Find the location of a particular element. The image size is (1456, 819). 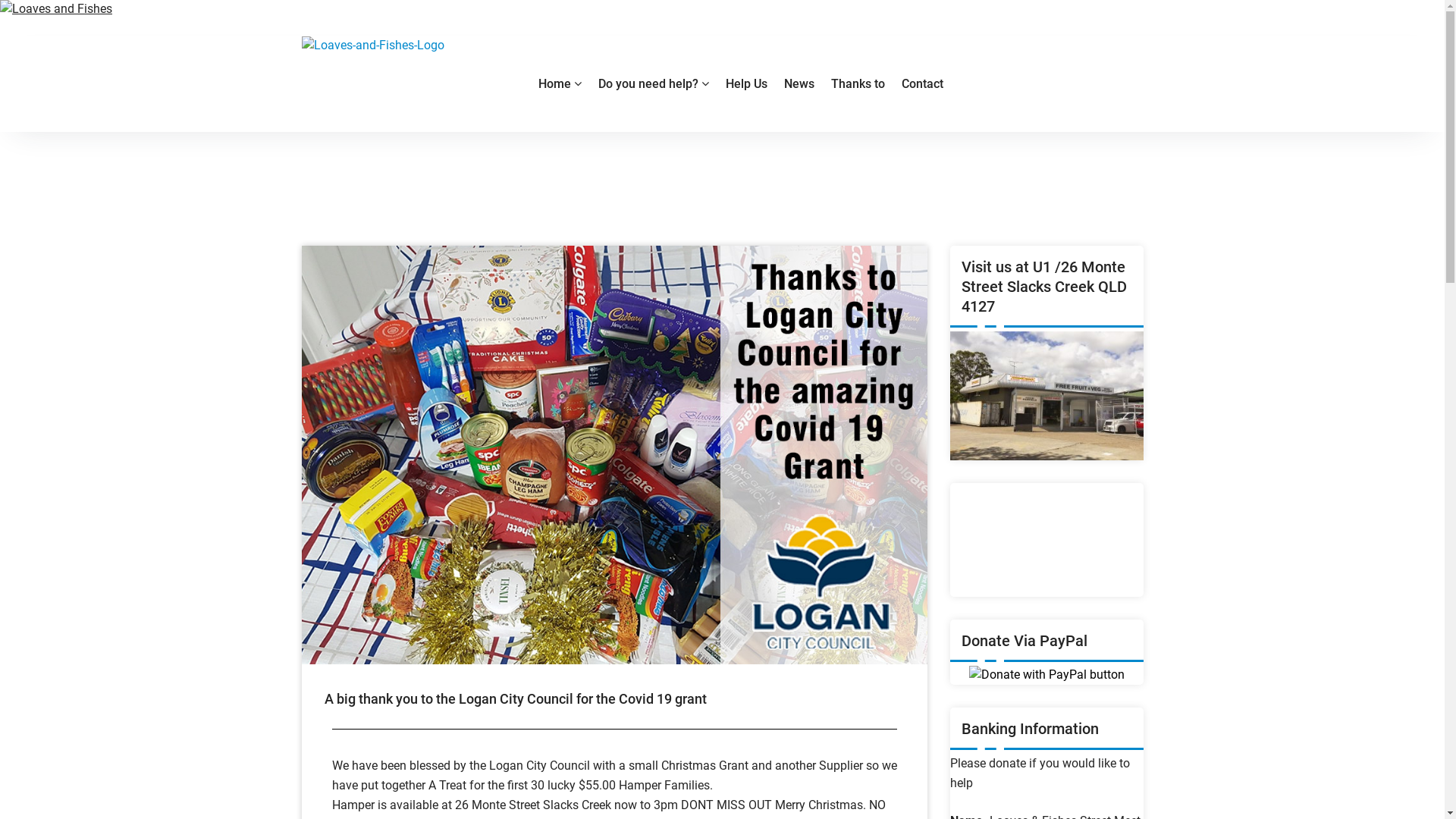

'News' is located at coordinates (797, 84).